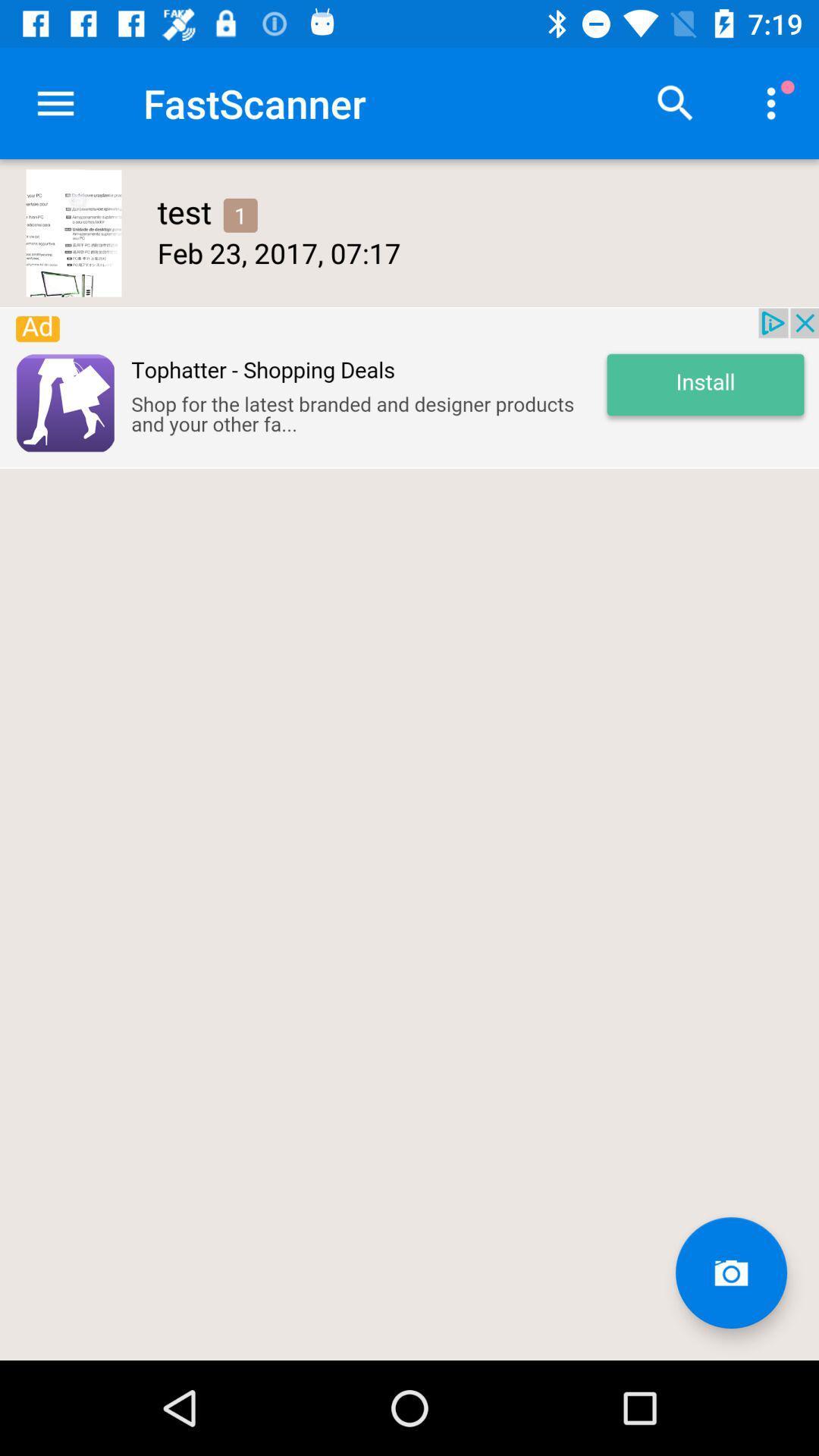 The width and height of the screenshot is (819, 1456). I want to click on search button, so click(675, 102).